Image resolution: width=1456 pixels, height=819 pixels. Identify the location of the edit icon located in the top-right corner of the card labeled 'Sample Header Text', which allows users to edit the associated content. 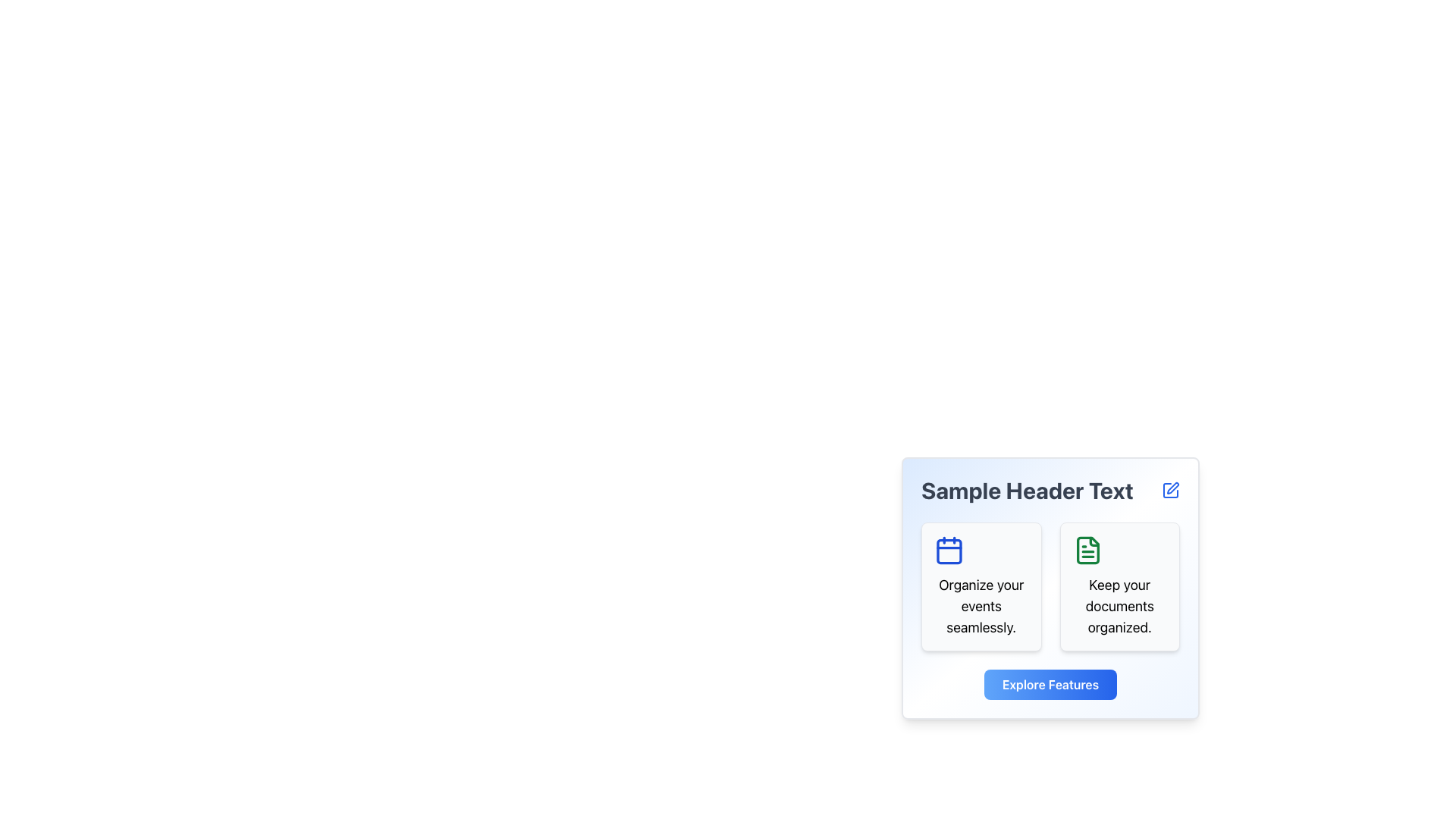
(1170, 491).